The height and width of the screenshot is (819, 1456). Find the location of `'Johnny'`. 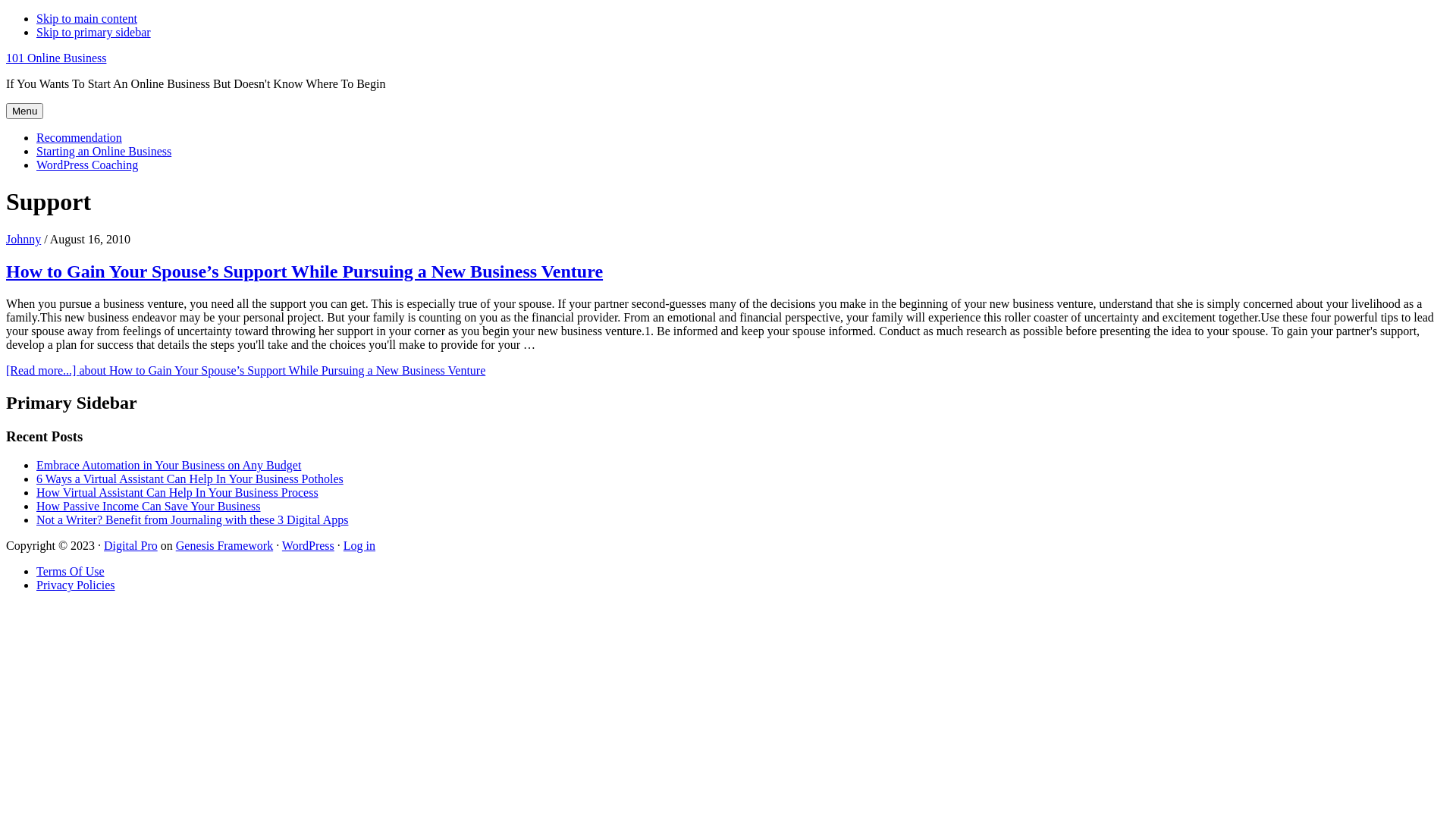

'Johnny' is located at coordinates (23, 239).